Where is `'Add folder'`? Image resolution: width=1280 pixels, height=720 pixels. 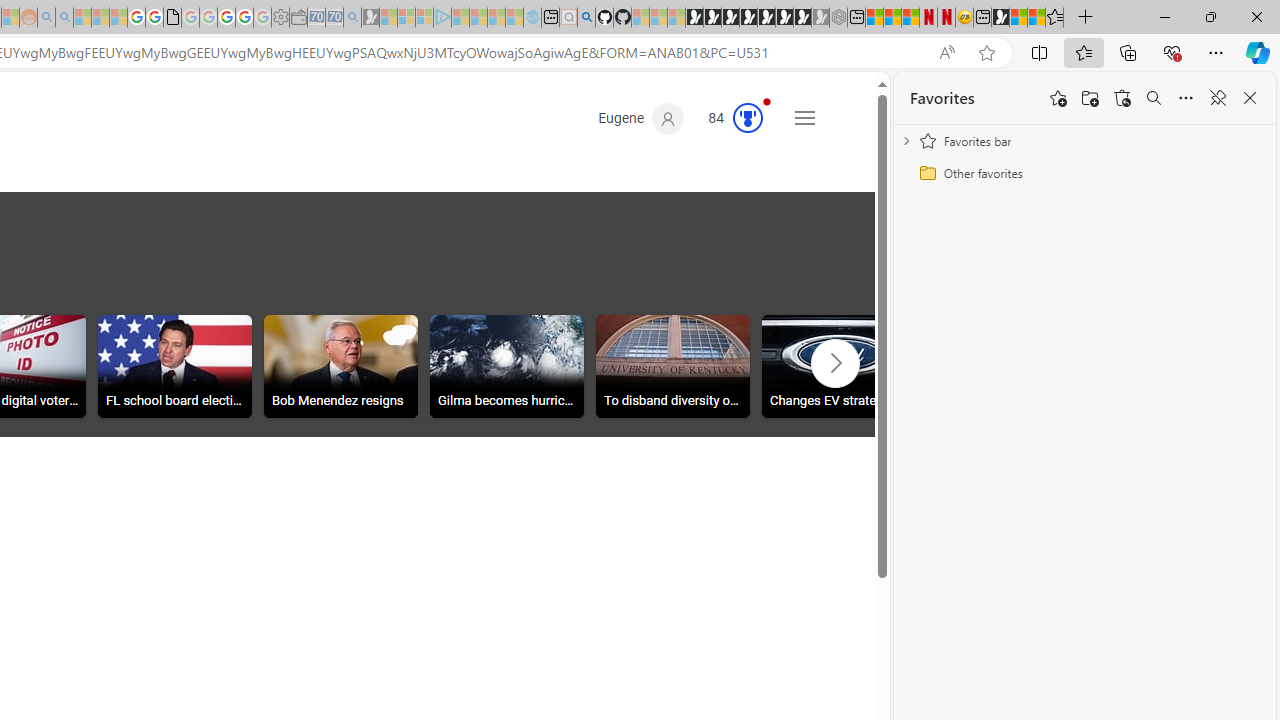
'Add folder' is located at coordinates (1088, 98).